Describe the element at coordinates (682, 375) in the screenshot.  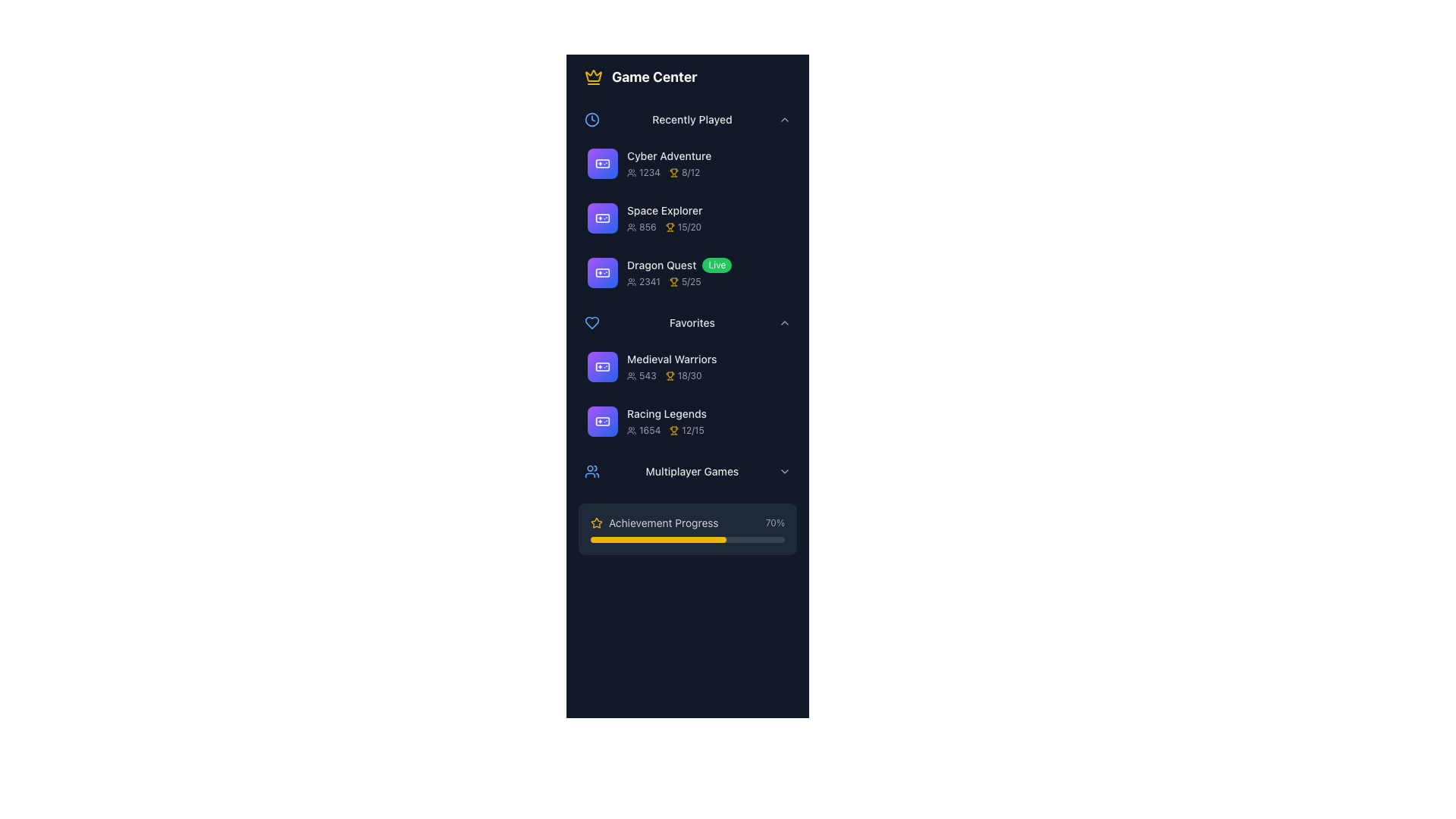
I see `the mixed element comprising a trophy icon and the text '18/30' in the 'Favorites' group under the 'Medieval Warriors' section in the 'Game Center'` at that location.